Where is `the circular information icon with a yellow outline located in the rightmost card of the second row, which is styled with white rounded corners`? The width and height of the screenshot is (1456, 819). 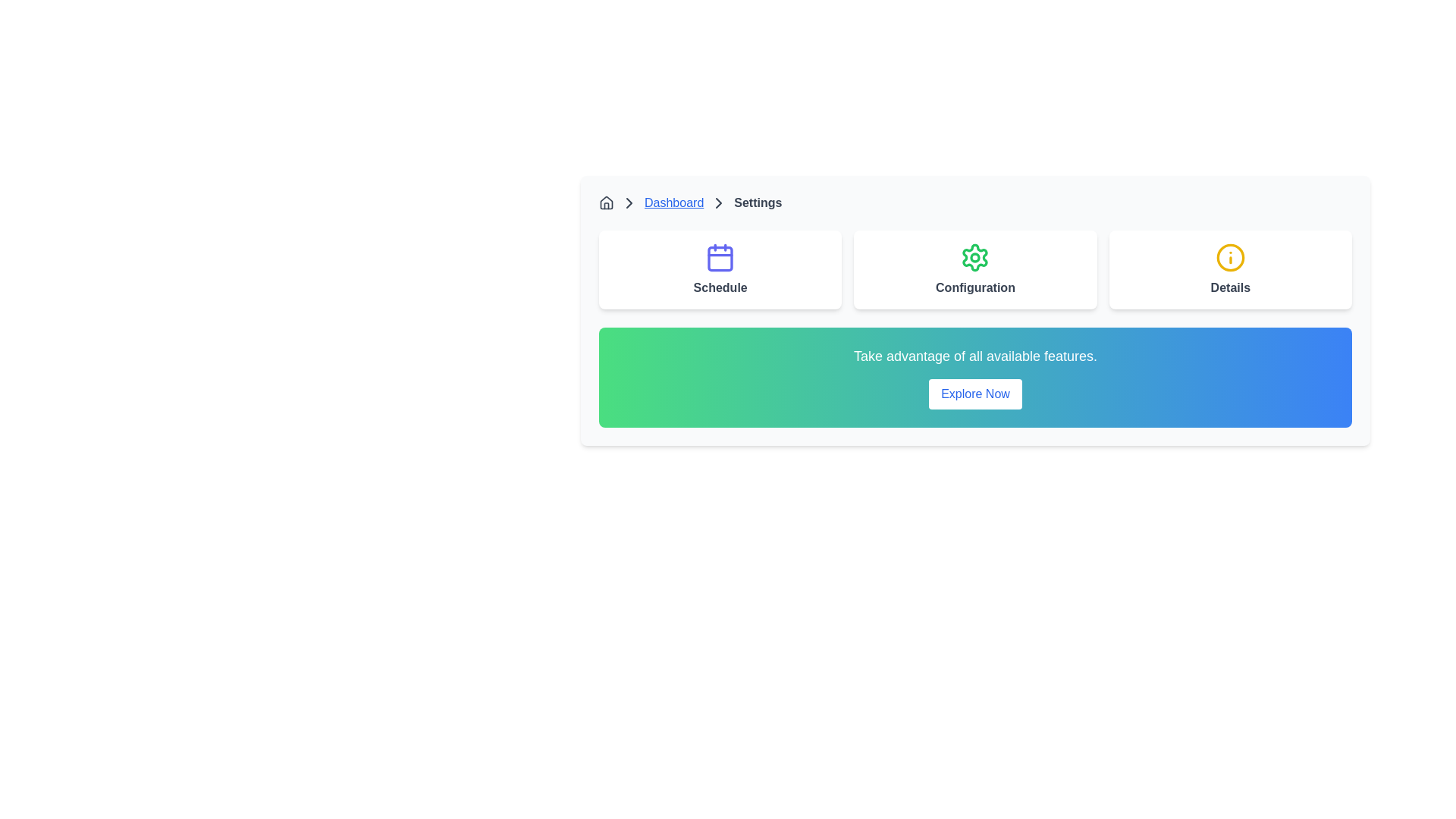
the circular information icon with a yellow outline located in the rightmost card of the second row, which is styled with white rounded corners is located at coordinates (1230, 256).